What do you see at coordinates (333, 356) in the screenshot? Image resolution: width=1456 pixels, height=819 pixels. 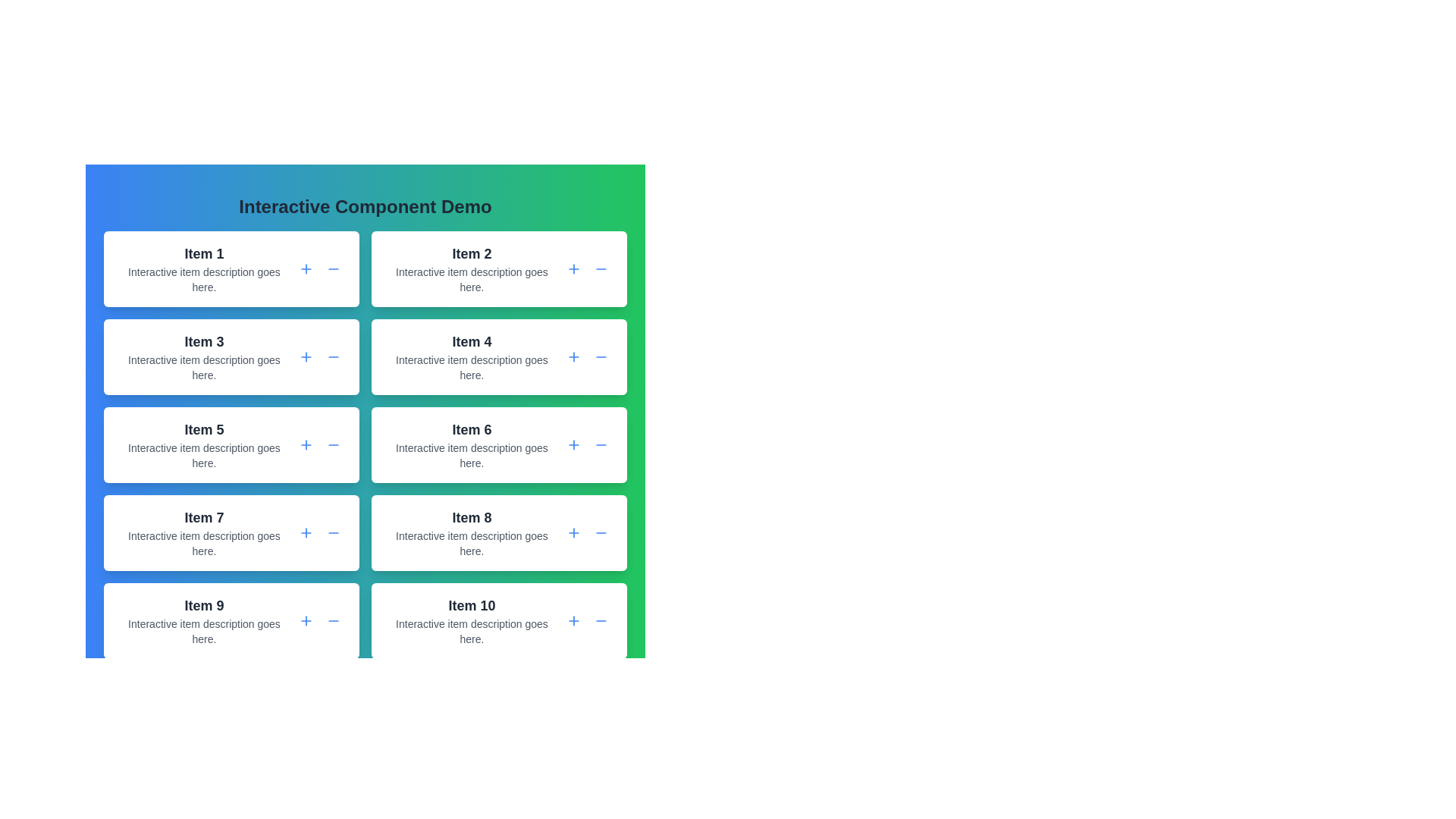 I see `the decrement button (minus symbol) located to the right of the 'Item 3' entry to decrease its value` at bounding box center [333, 356].